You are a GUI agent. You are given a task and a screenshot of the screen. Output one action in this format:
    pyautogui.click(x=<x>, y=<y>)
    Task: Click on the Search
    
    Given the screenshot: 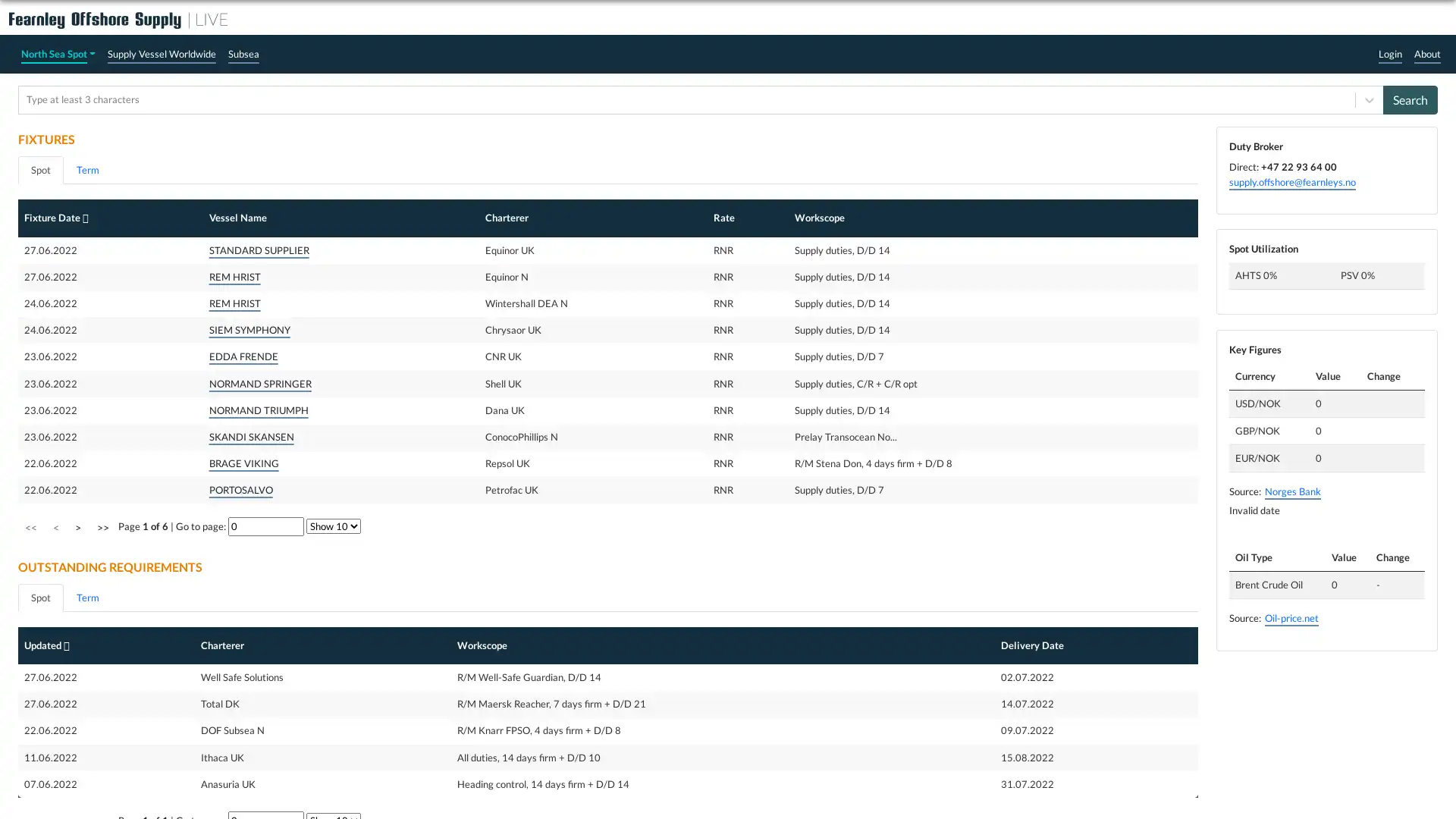 What is the action you would take?
    pyautogui.click(x=1410, y=99)
    